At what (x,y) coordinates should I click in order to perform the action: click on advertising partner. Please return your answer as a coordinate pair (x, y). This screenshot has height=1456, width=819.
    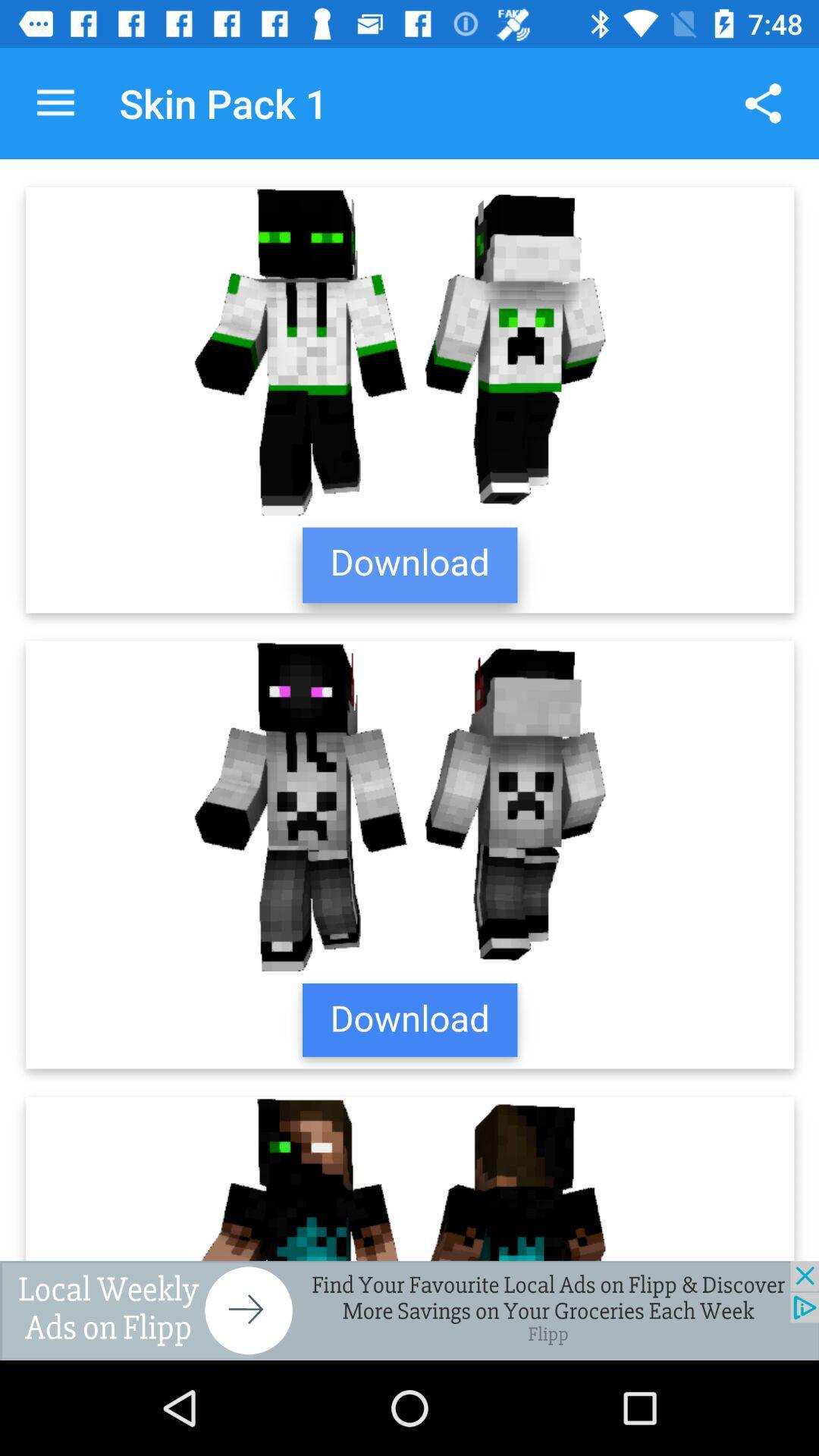
    Looking at the image, I should click on (409, 1310).